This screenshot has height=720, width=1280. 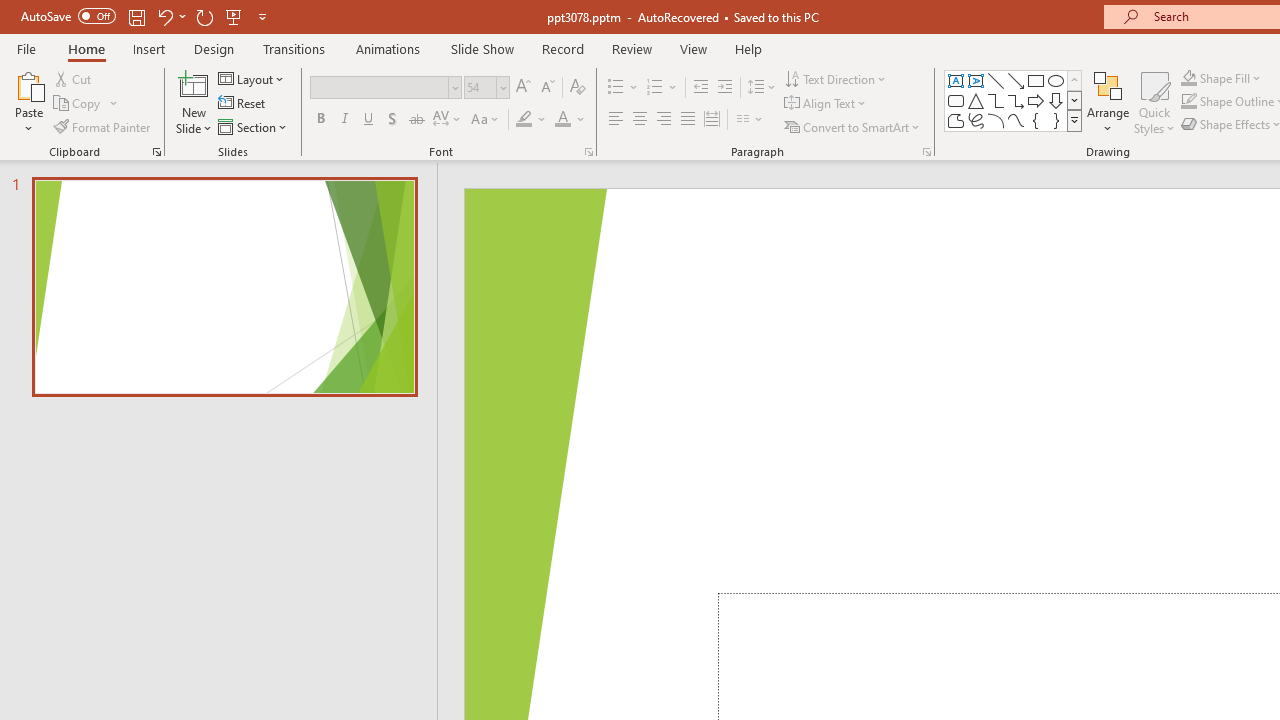 I want to click on 'Paste', so click(x=28, y=84).